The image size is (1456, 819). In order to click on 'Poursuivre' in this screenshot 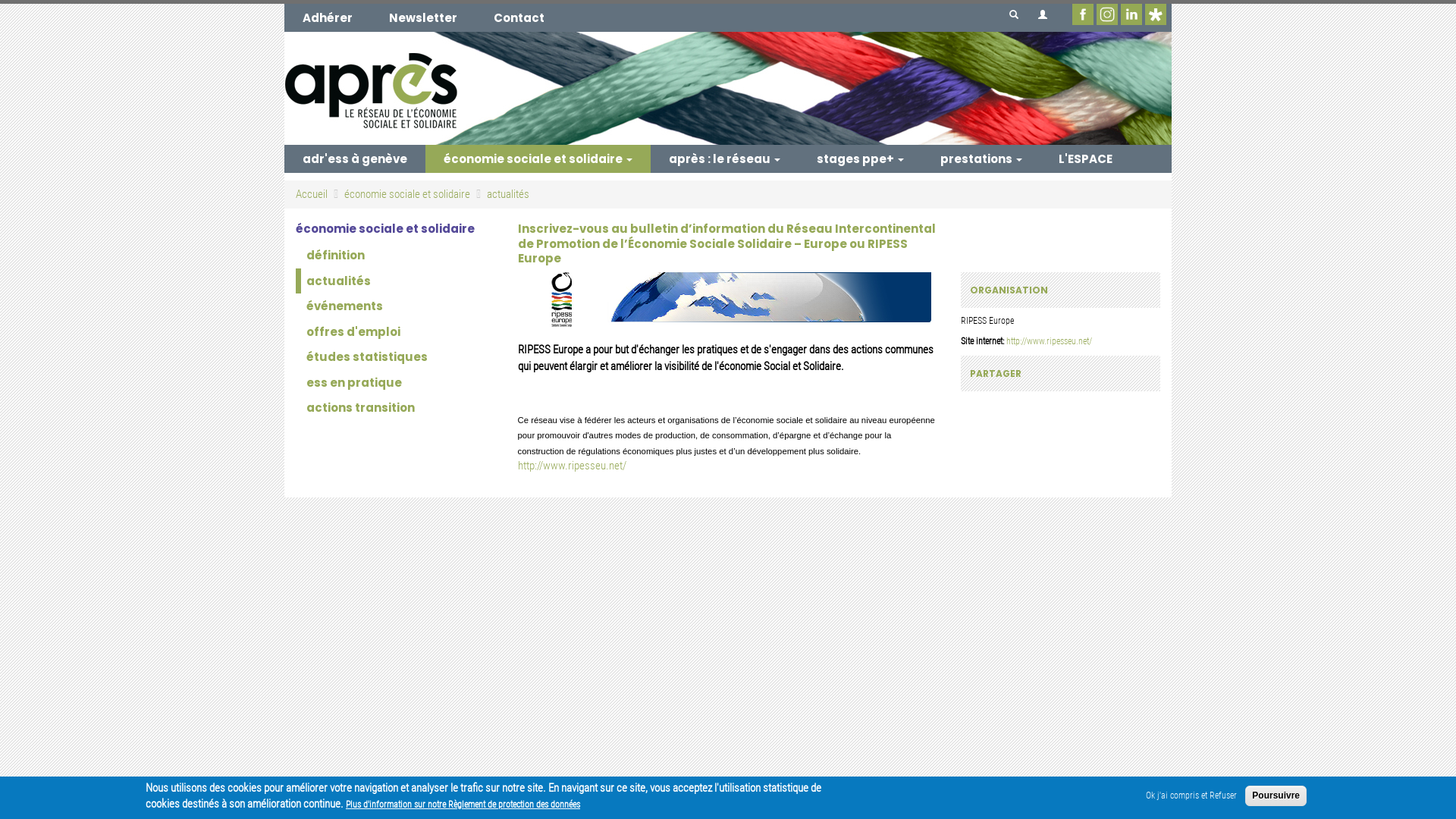, I will do `click(1244, 795)`.